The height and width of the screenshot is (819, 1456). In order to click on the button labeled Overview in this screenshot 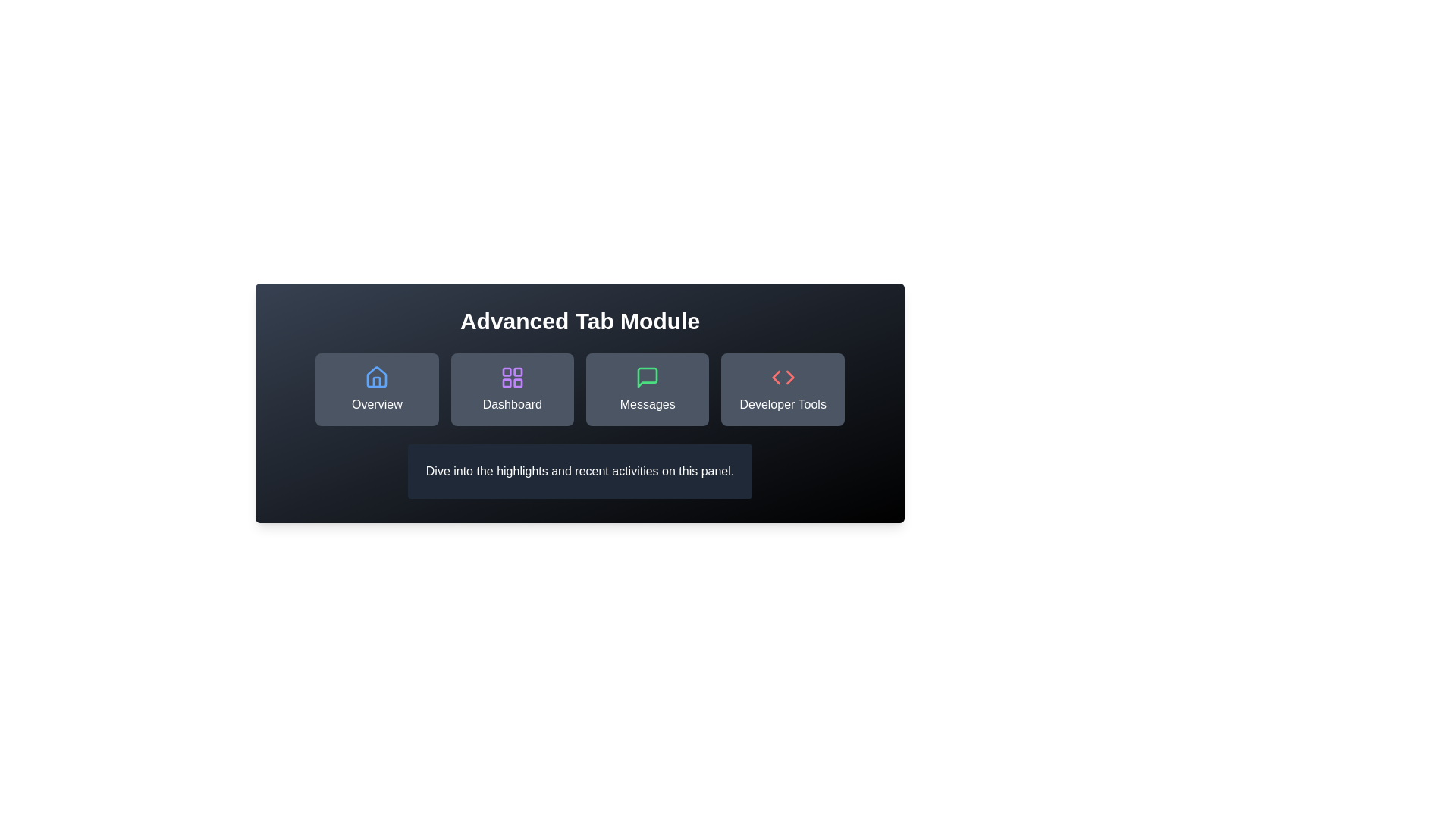, I will do `click(377, 388)`.